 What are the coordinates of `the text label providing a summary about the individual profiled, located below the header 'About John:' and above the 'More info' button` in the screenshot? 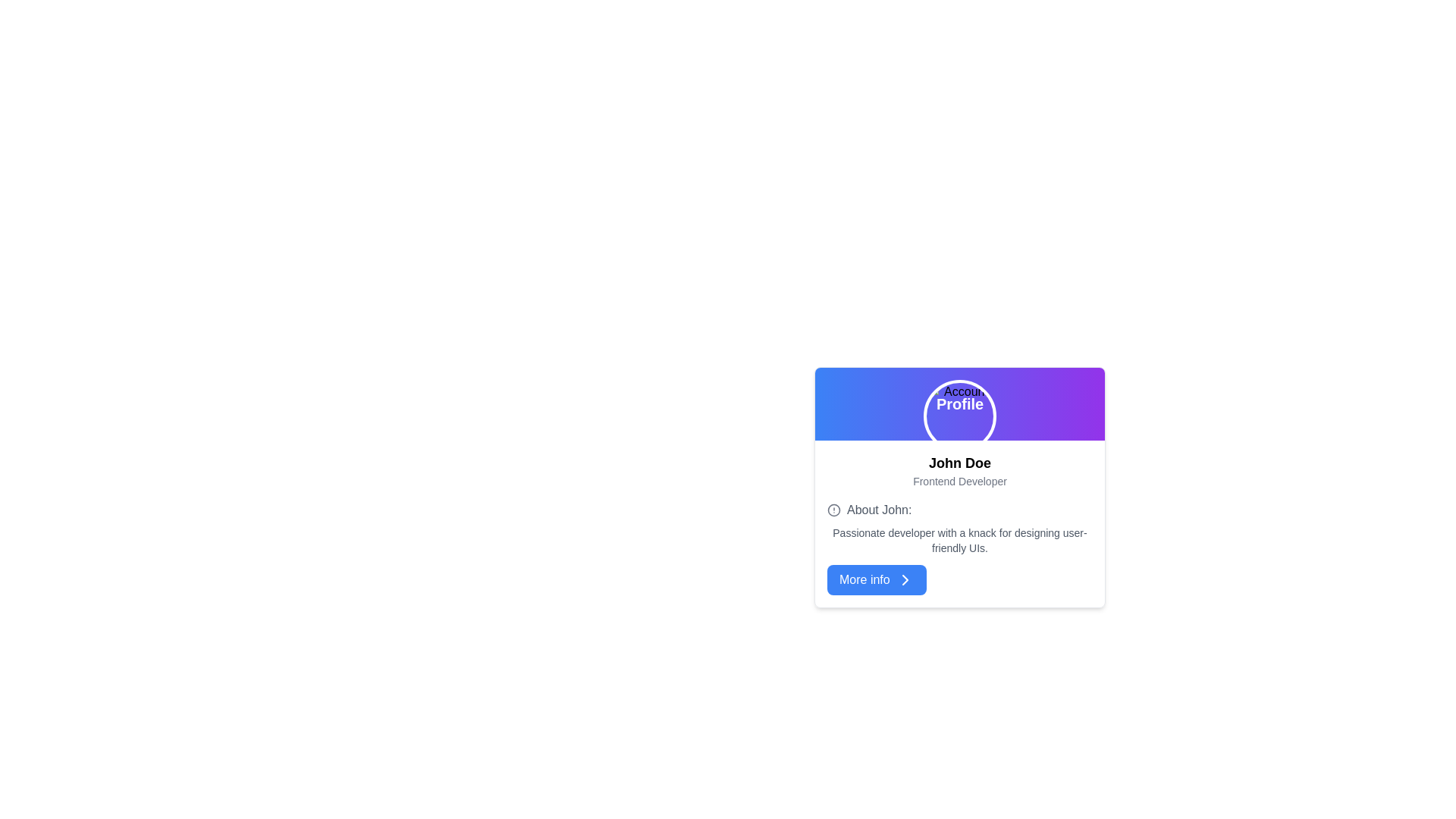 It's located at (959, 540).